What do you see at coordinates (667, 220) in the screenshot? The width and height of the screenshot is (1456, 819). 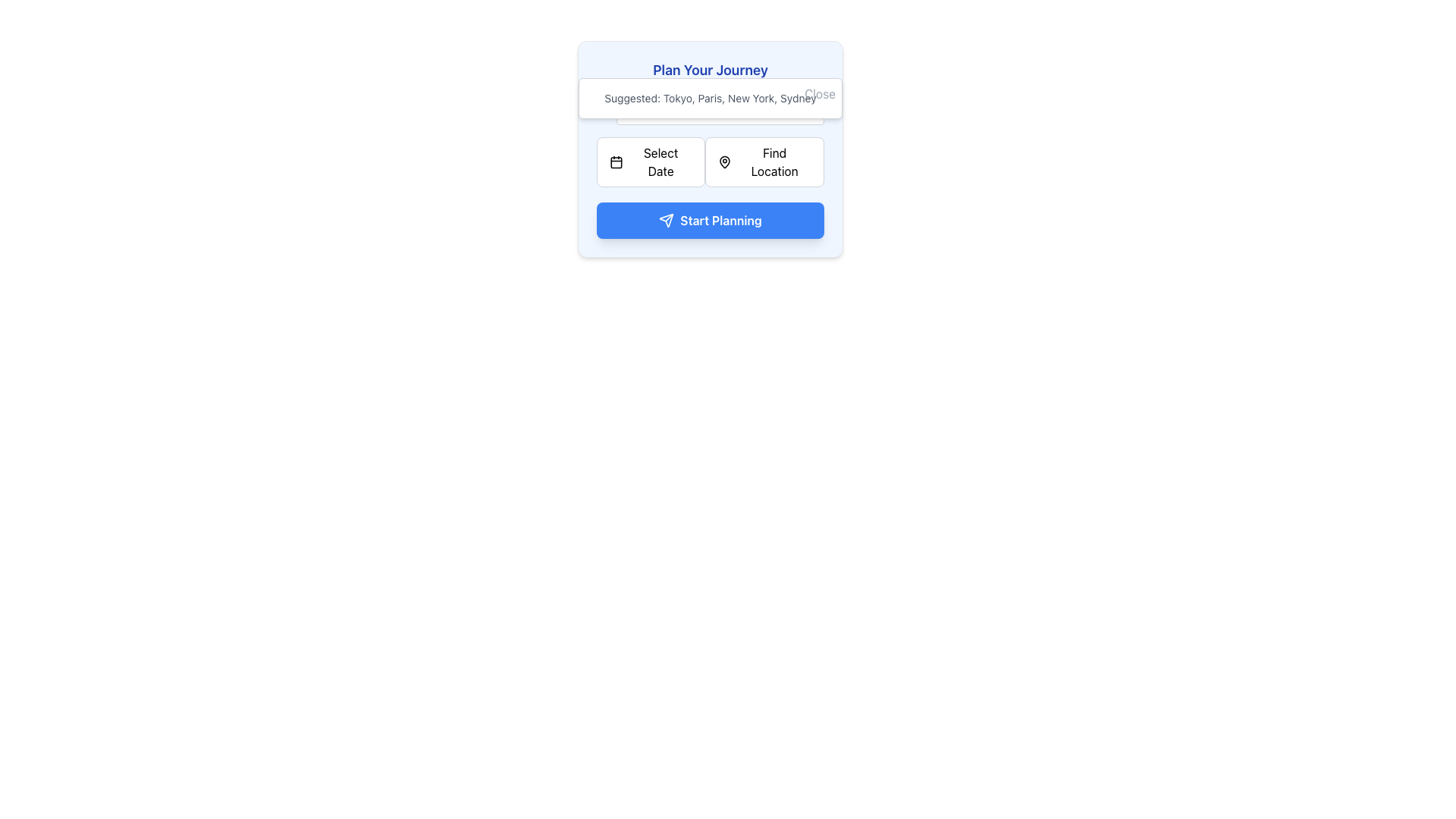 I see `the 'send' icon, which resembles an arrow or paper airplane, located to the left of the 'Start Planning' text in the button at the bottom of the card interface` at bounding box center [667, 220].